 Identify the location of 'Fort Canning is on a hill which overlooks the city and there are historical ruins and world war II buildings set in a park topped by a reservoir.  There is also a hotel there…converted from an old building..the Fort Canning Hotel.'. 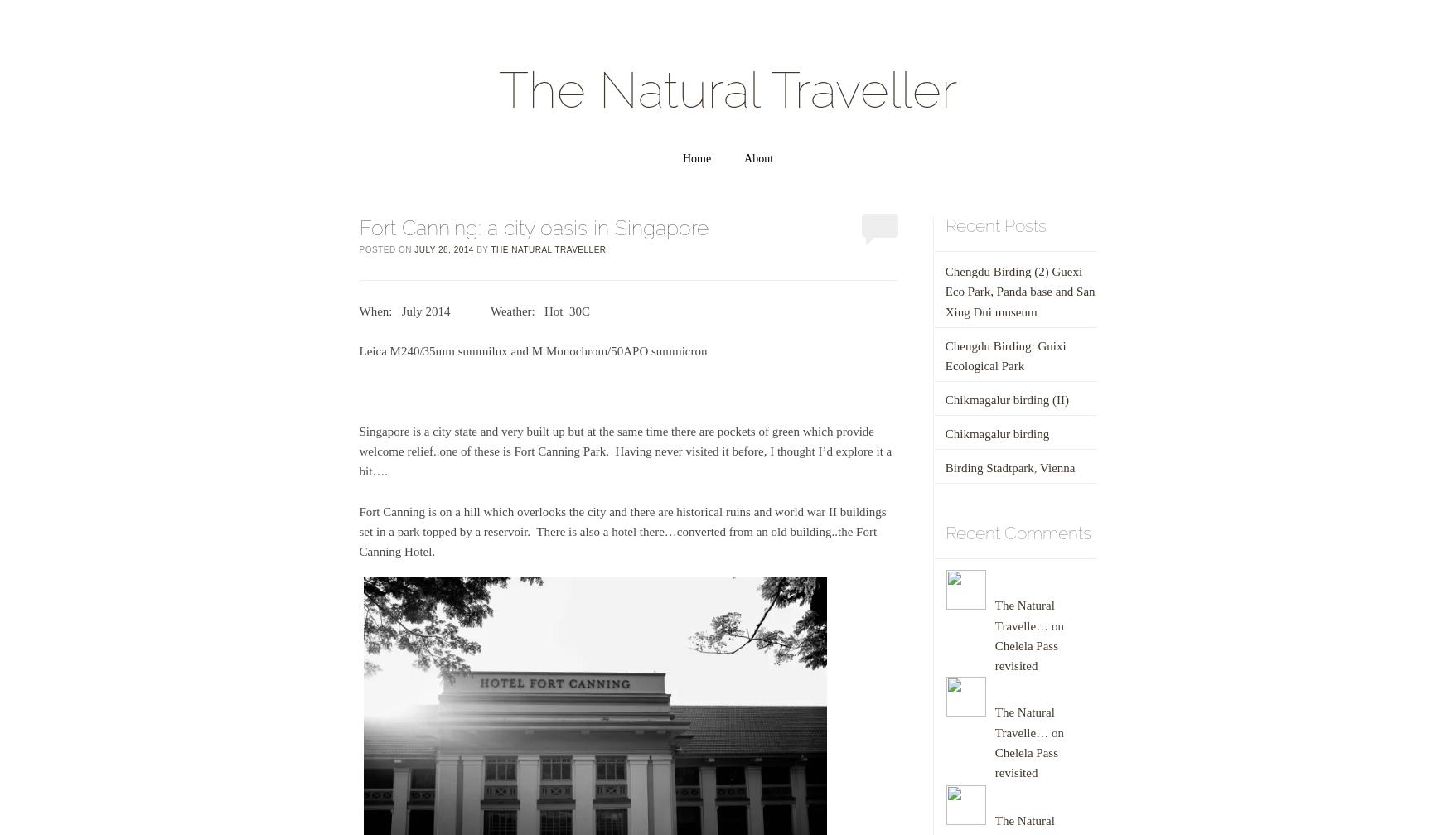
(621, 531).